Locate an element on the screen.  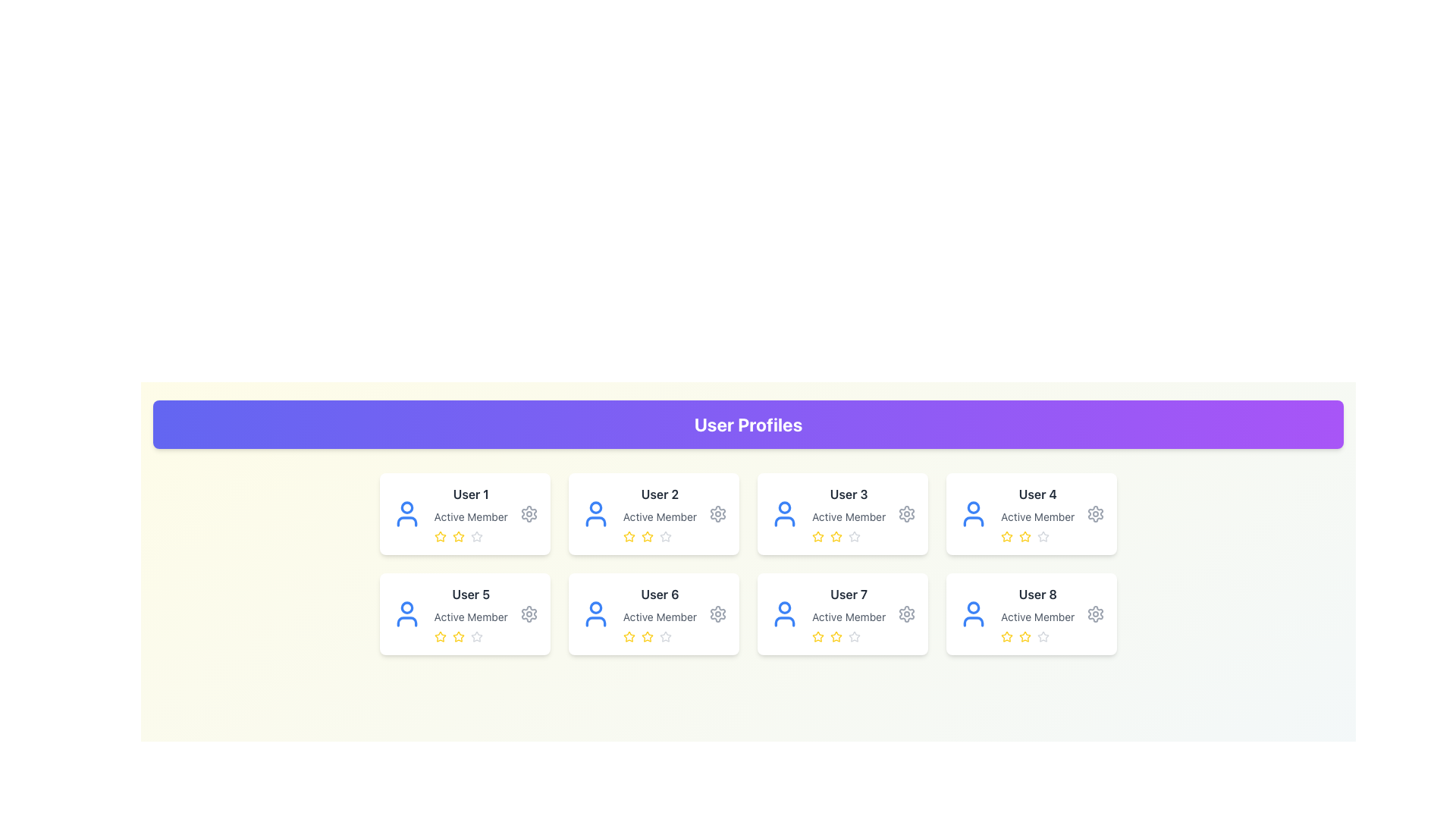
the yellow star icon located beneath the 'Active Member' label in the User 1 profile card to rate it is located at coordinates (439, 535).